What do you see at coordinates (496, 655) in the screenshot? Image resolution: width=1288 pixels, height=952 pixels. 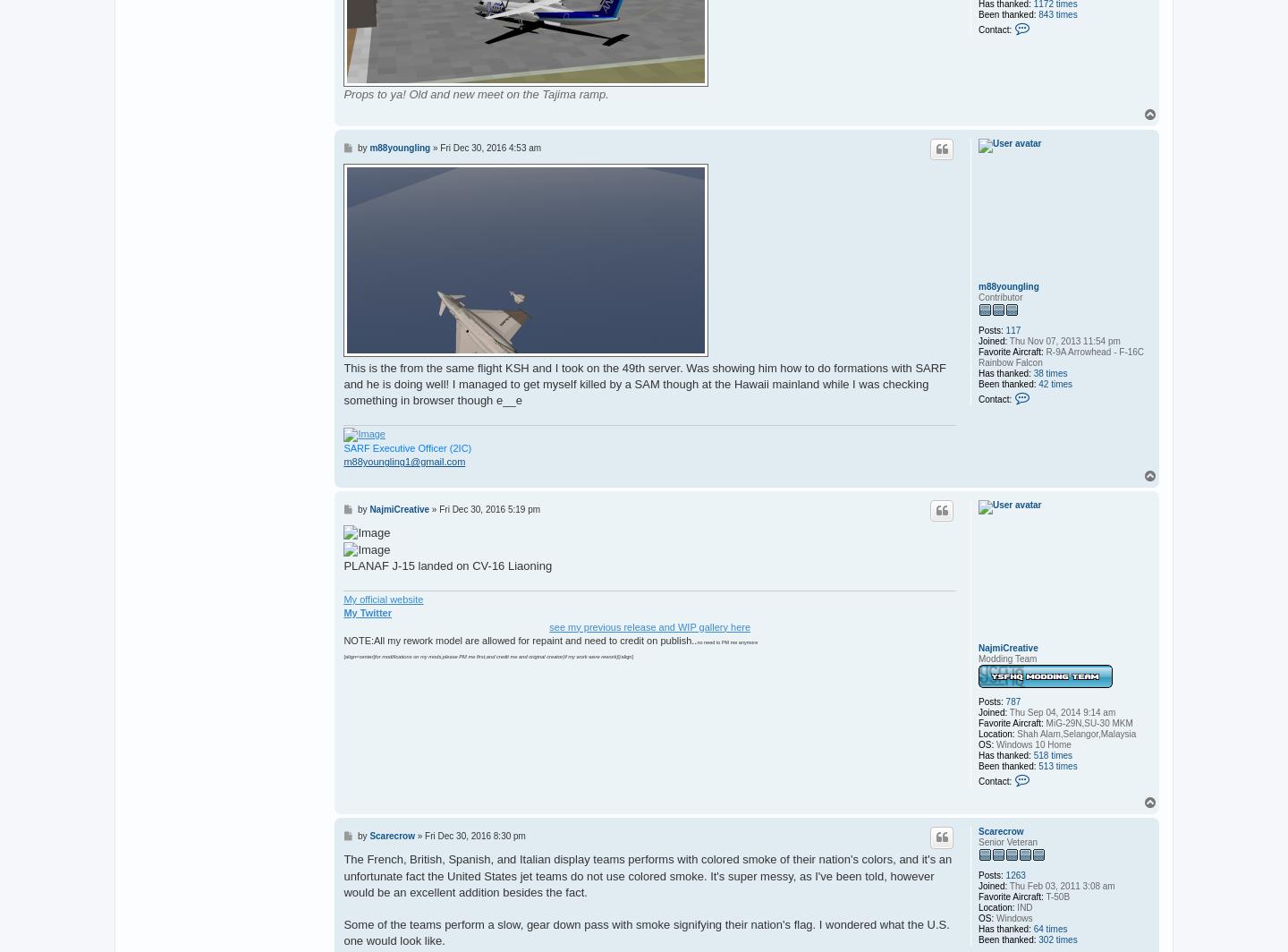 I see `'for modifications on my mods,please PM me first,and credit me and original creator(if my work were rework)'` at bounding box center [496, 655].